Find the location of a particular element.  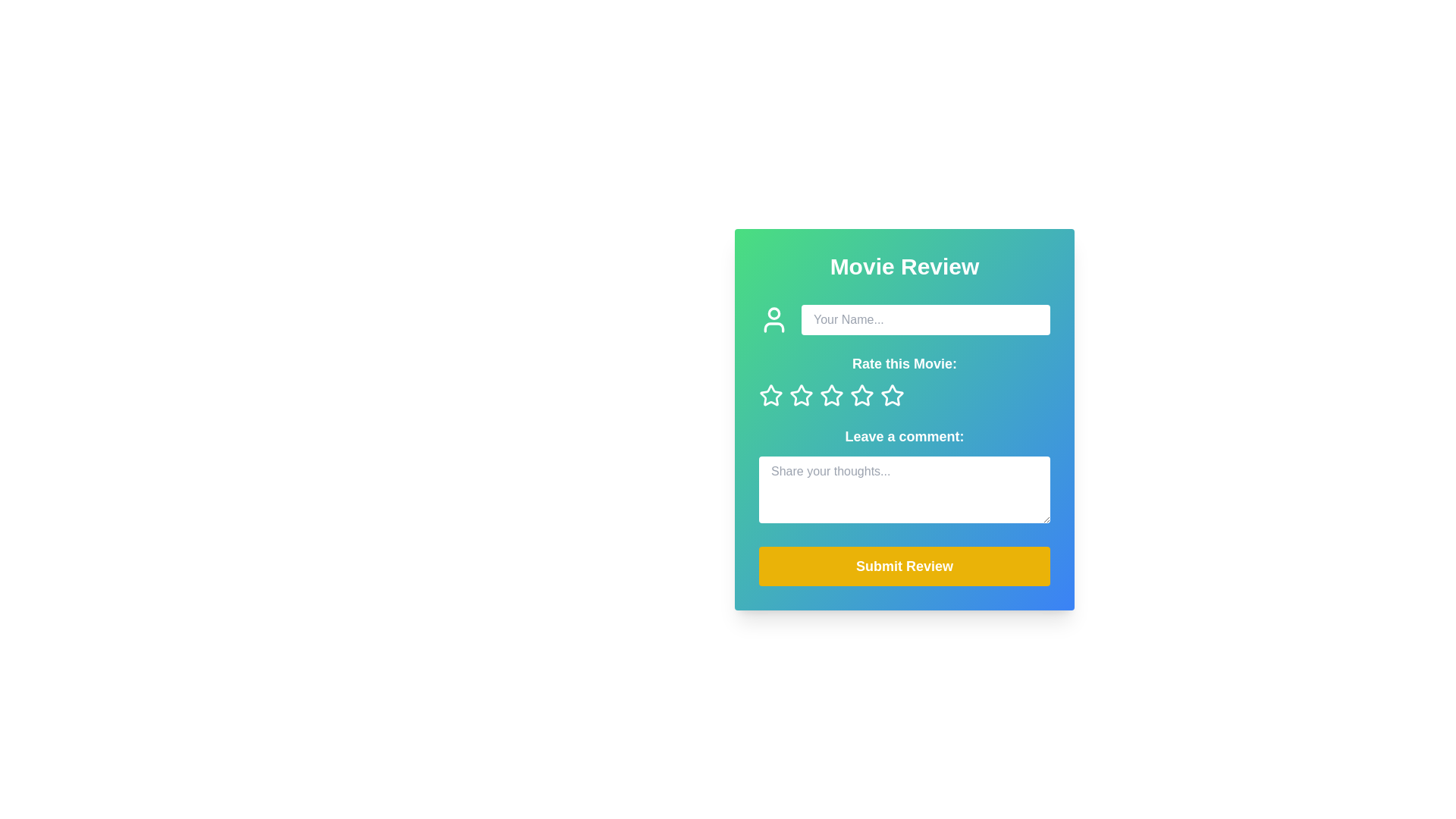

the third star-shaped icon is located at coordinates (862, 394).